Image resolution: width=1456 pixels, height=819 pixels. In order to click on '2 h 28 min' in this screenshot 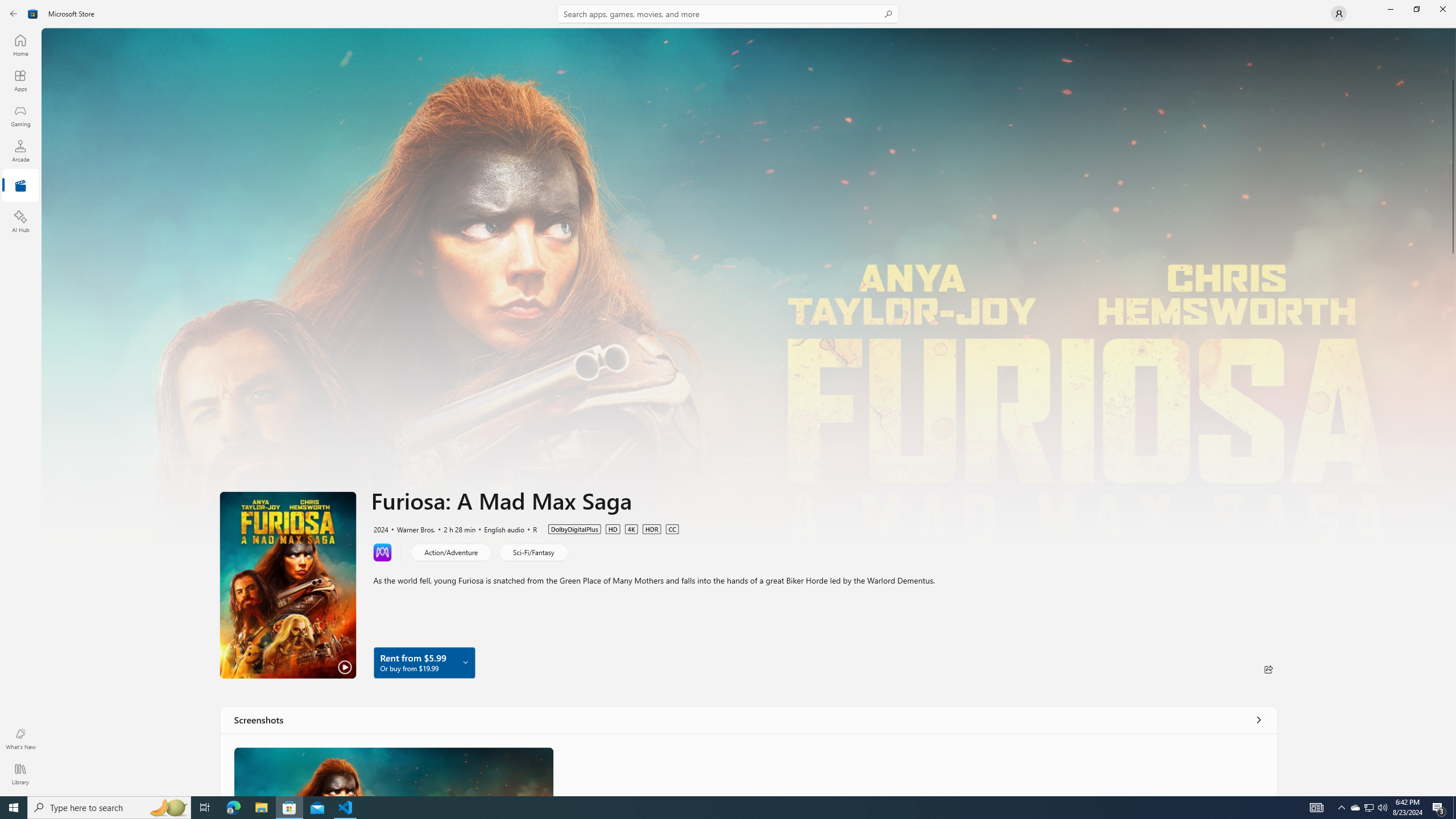, I will do `click(454, 528)`.